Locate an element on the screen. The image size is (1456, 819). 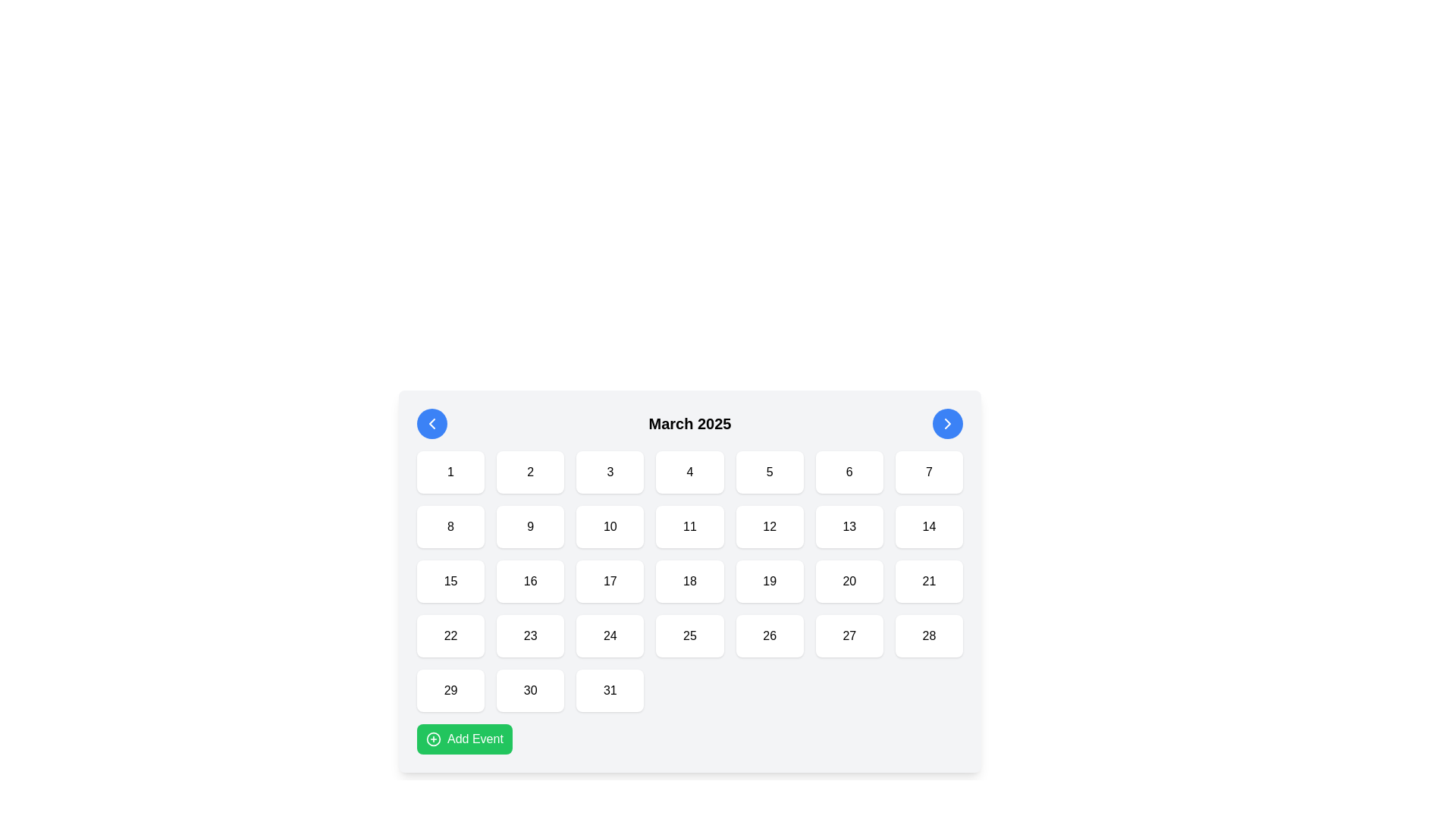
the button representing the day '17' in the calendar view is located at coordinates (610, 581).